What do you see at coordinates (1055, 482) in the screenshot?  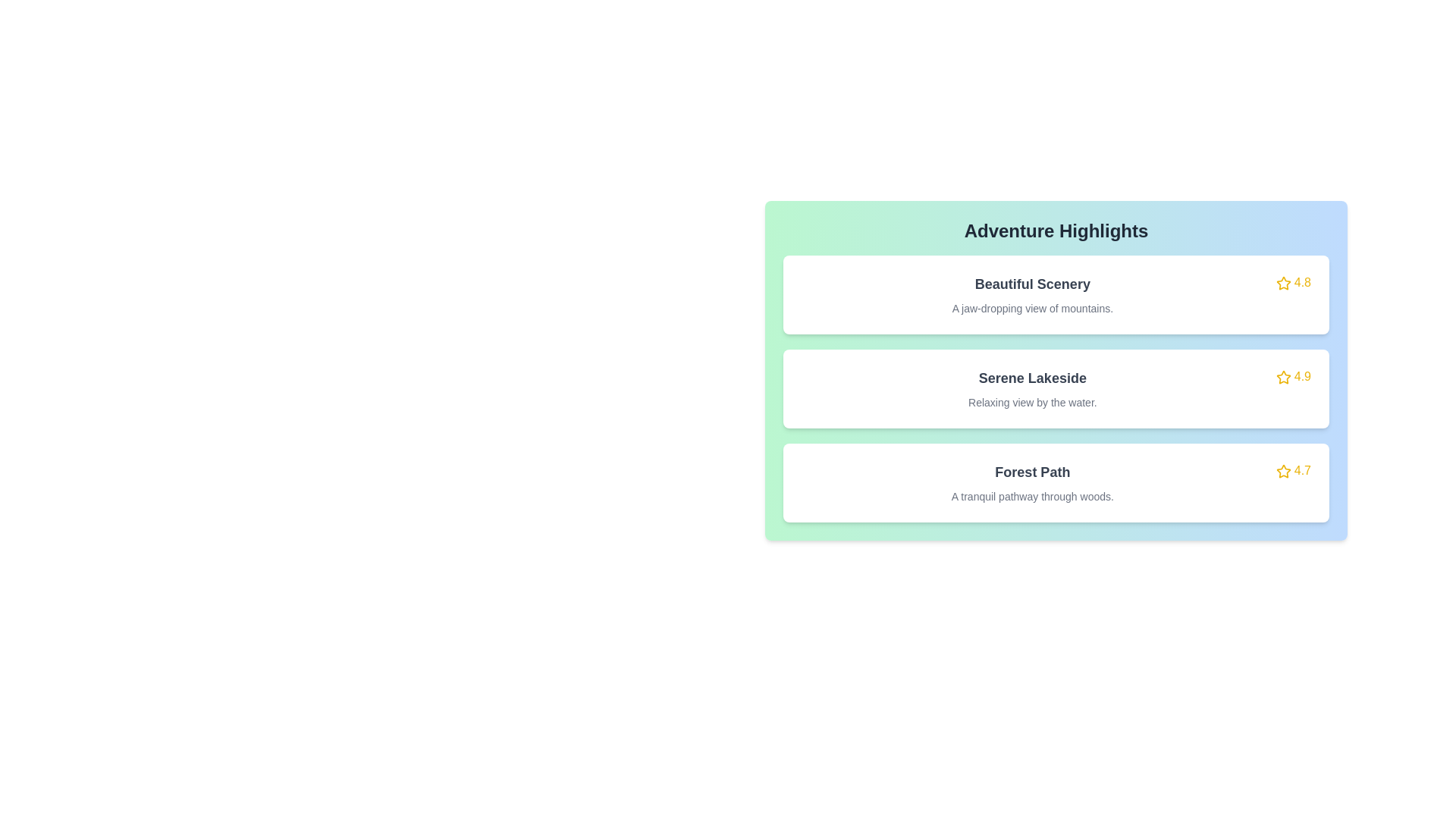 I see `the list item Forest Path to observe its hover effect` at bounding box center [1055, 482].